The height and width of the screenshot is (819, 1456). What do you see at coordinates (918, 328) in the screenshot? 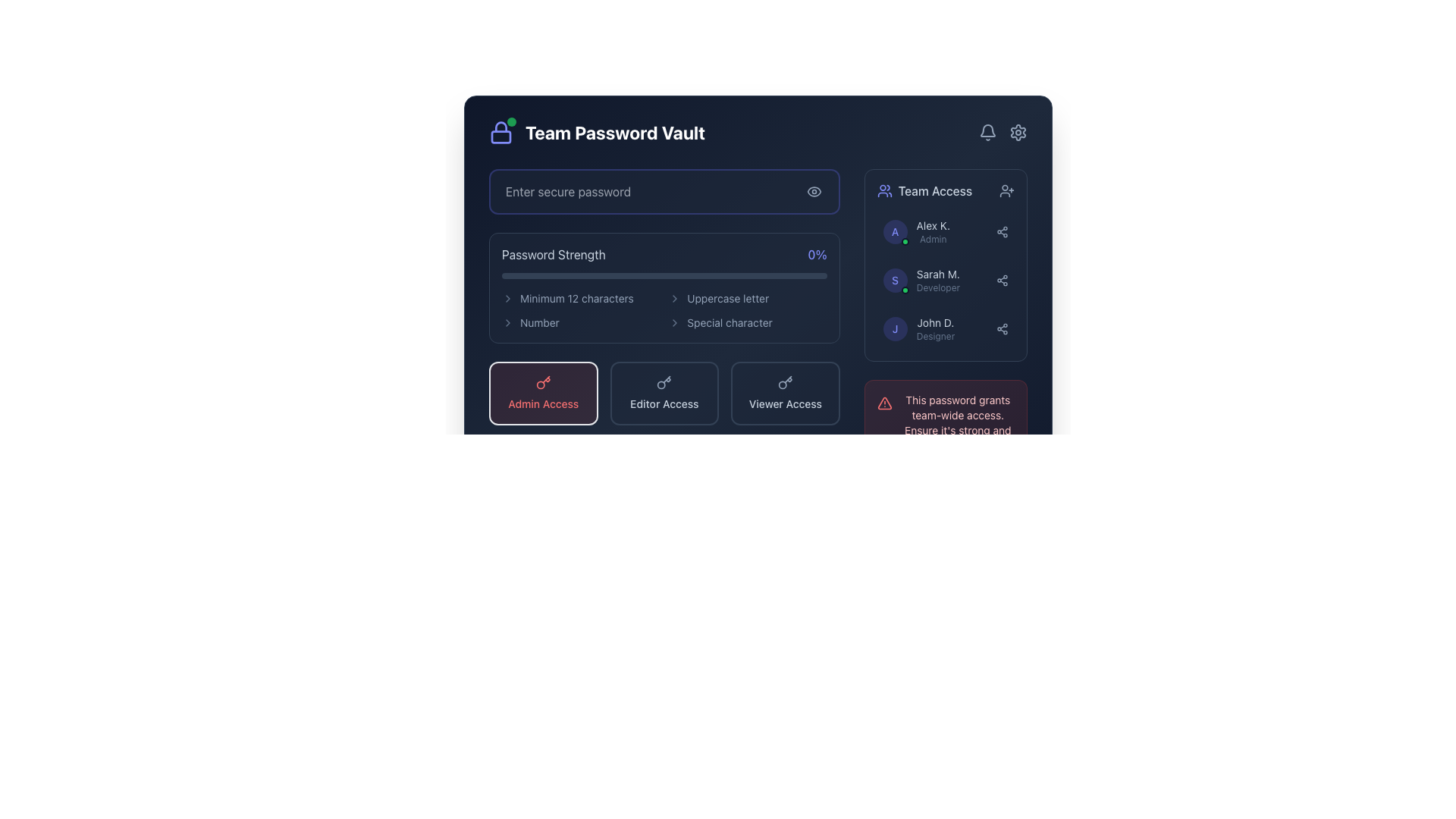
I see `the third list item that displays a team member's profile details` at bounding box center [918, 328].